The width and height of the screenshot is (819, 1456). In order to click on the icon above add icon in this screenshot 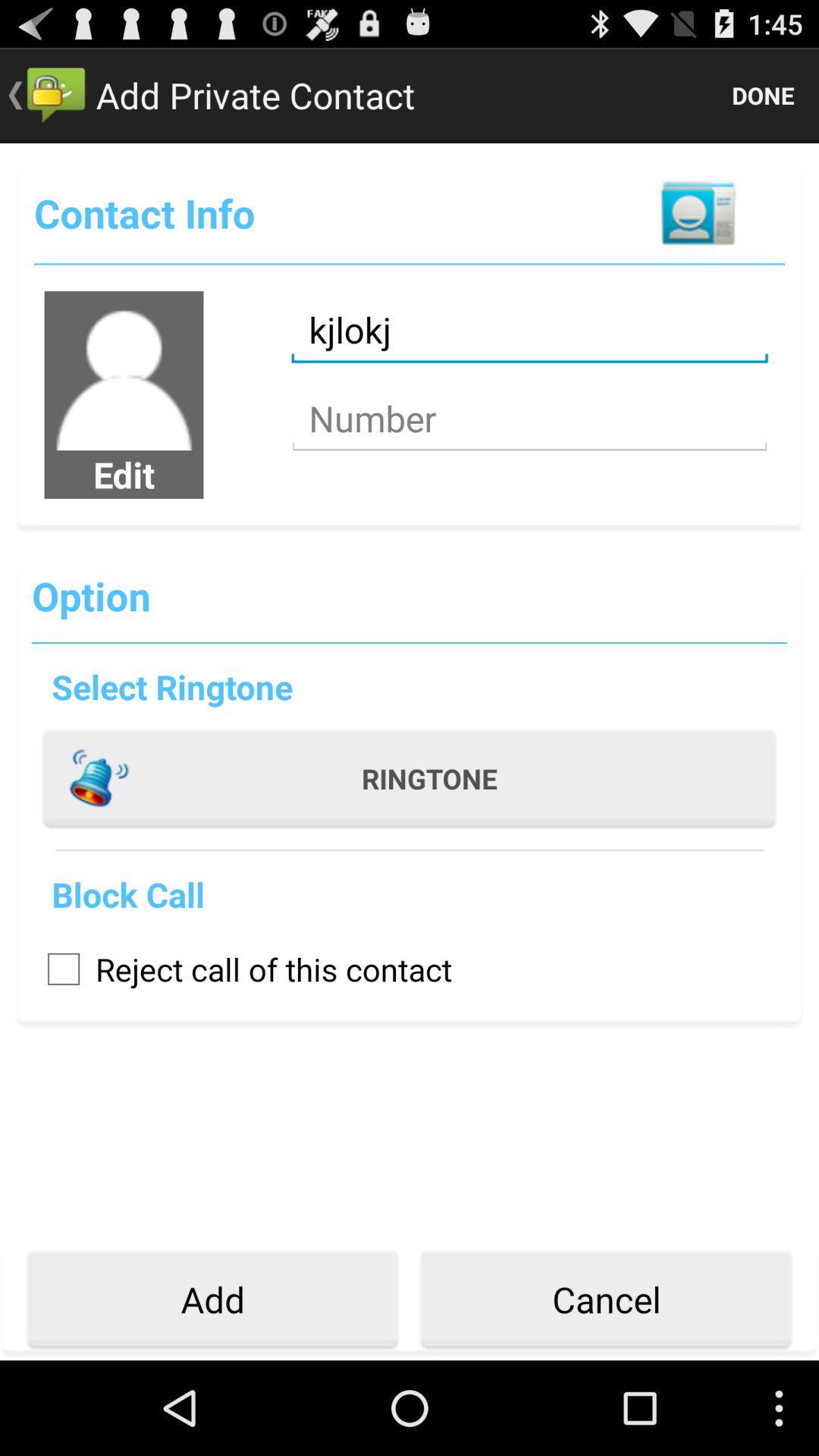, I will do `click(241, 968)`.